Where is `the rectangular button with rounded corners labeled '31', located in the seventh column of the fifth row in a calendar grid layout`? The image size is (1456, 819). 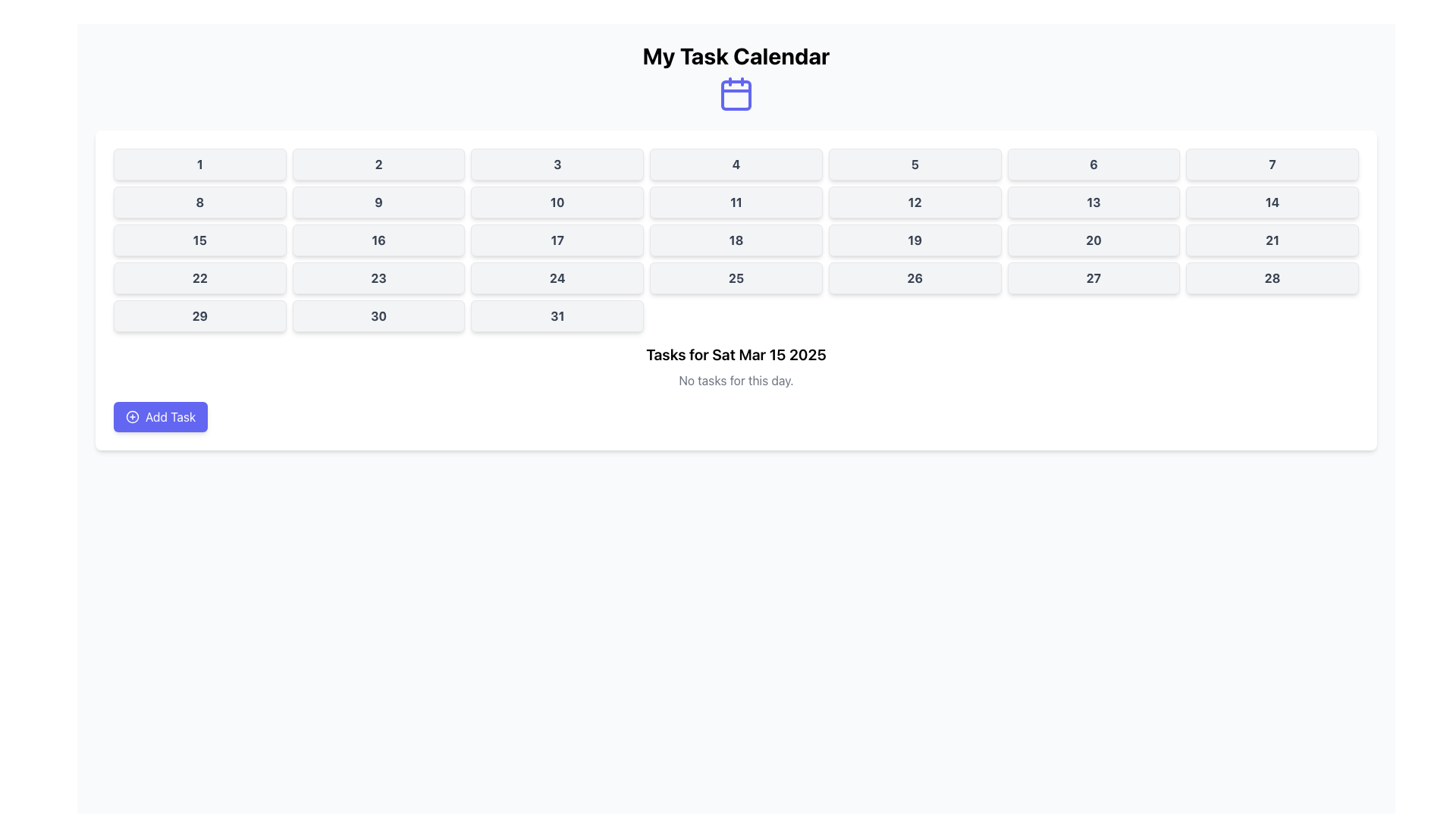
the rectangular button with rounded corners labeled '31', located in the seventh column of the fifth row in a calendar grid layout is located at coordinates (557, 315).